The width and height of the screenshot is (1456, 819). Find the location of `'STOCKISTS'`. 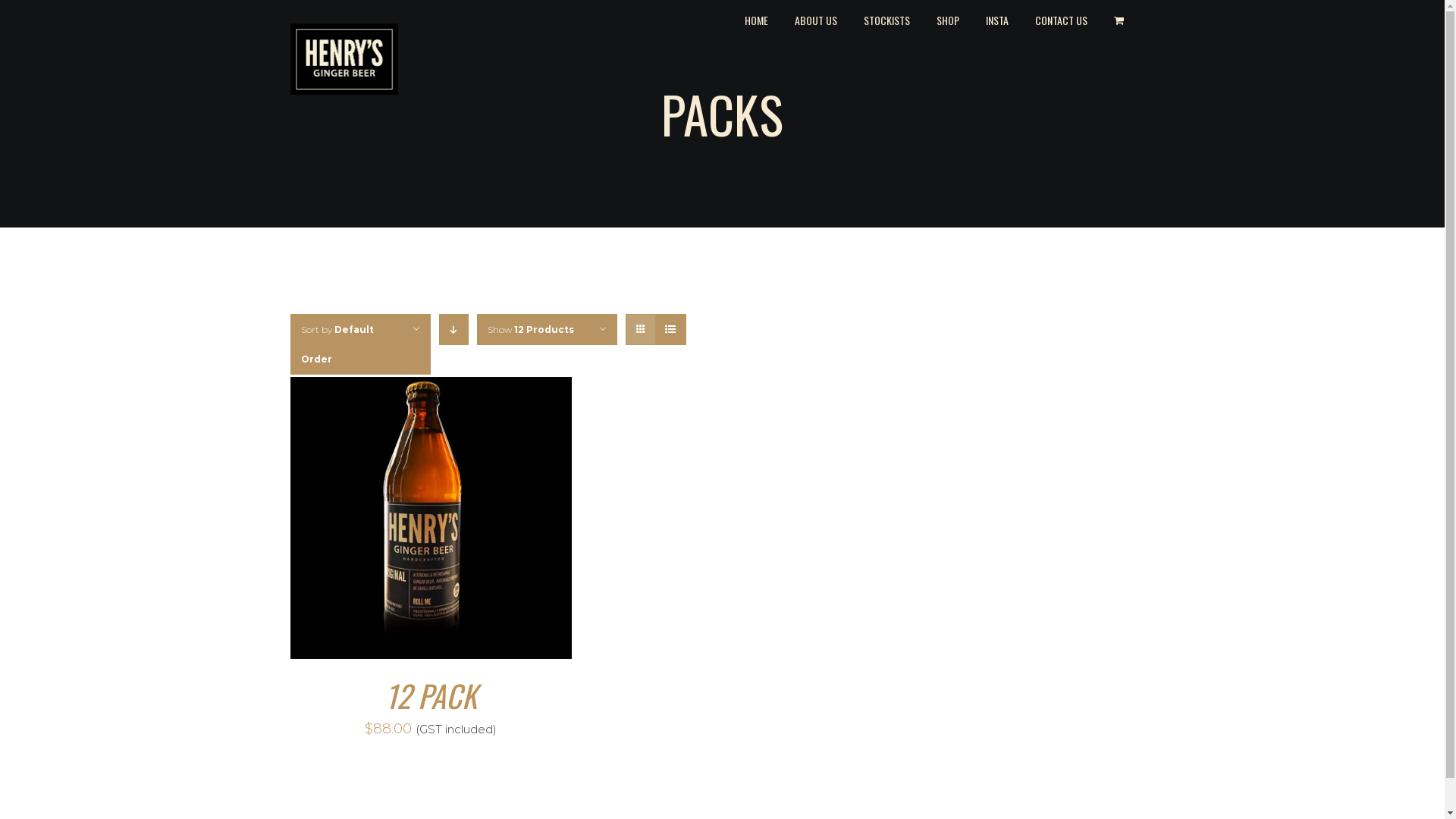

'STOCKISTS' is located at coordinates (886, 18).